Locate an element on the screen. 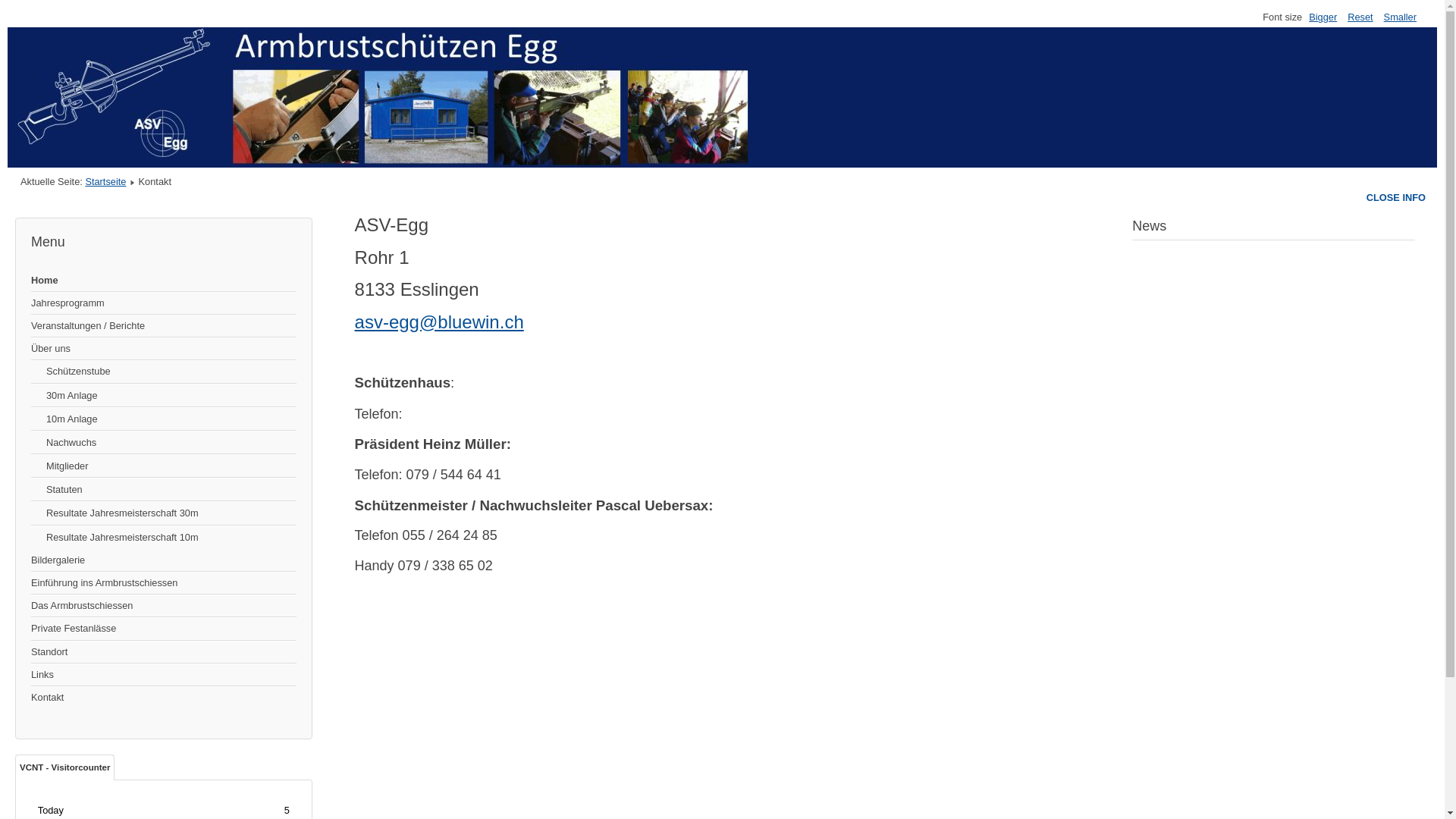 Image resolution: width=1456 pixels, height=819 pixels. 'Standort' is located at coordinates (164, 651).